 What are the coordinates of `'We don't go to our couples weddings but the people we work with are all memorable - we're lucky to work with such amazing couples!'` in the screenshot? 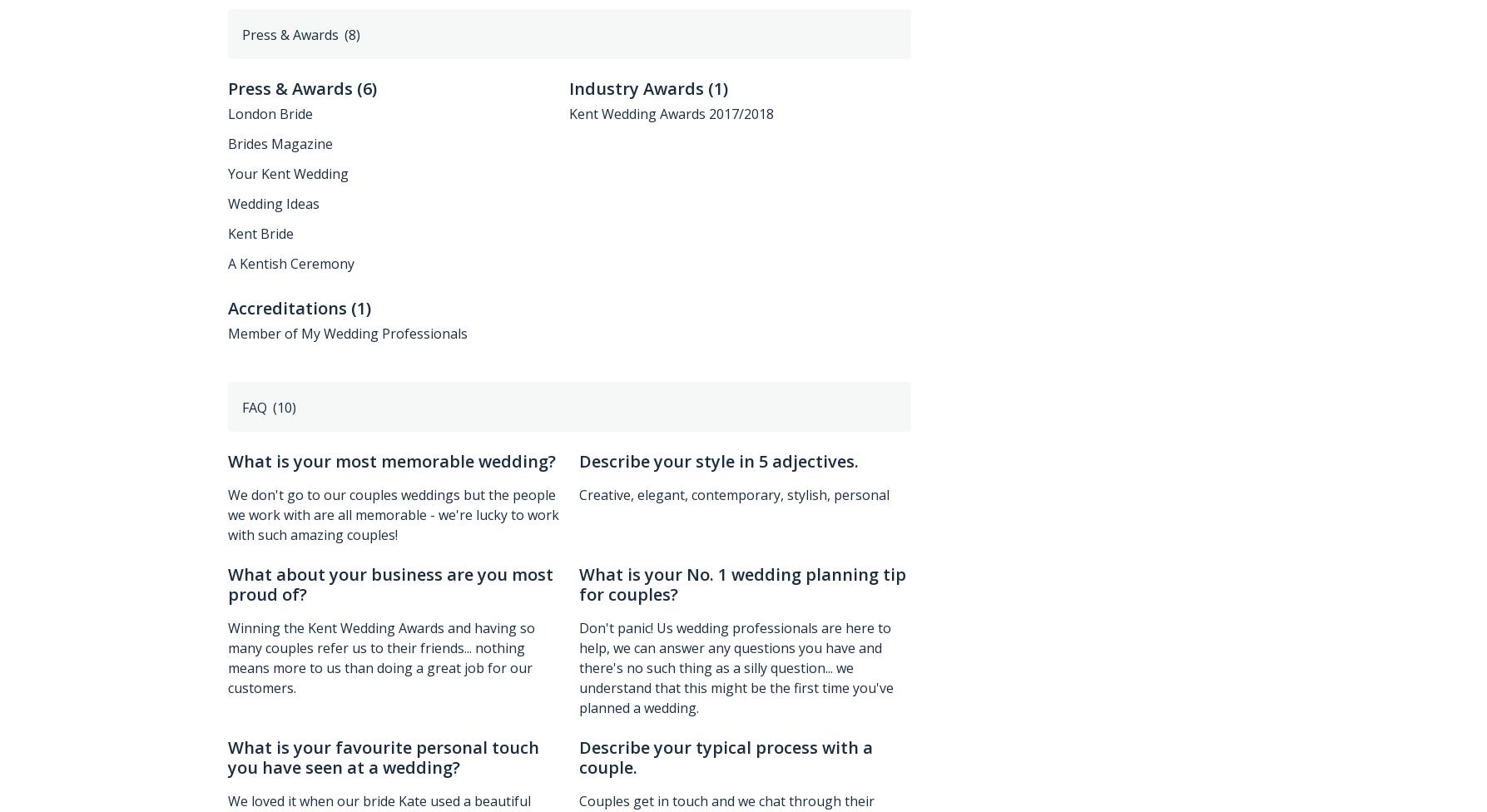 It's located at (226, 513).